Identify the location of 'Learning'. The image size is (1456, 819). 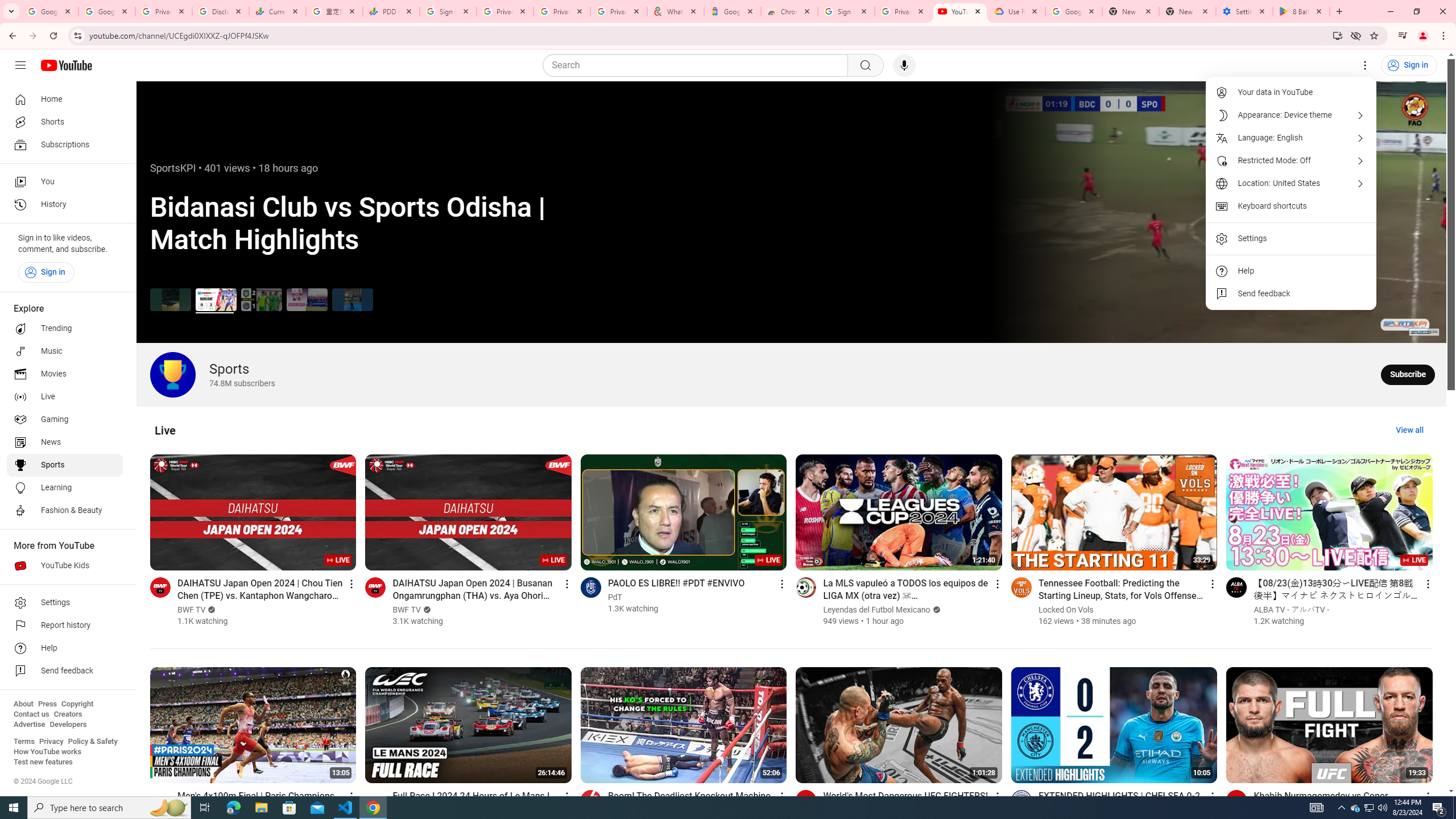
(64, 487).